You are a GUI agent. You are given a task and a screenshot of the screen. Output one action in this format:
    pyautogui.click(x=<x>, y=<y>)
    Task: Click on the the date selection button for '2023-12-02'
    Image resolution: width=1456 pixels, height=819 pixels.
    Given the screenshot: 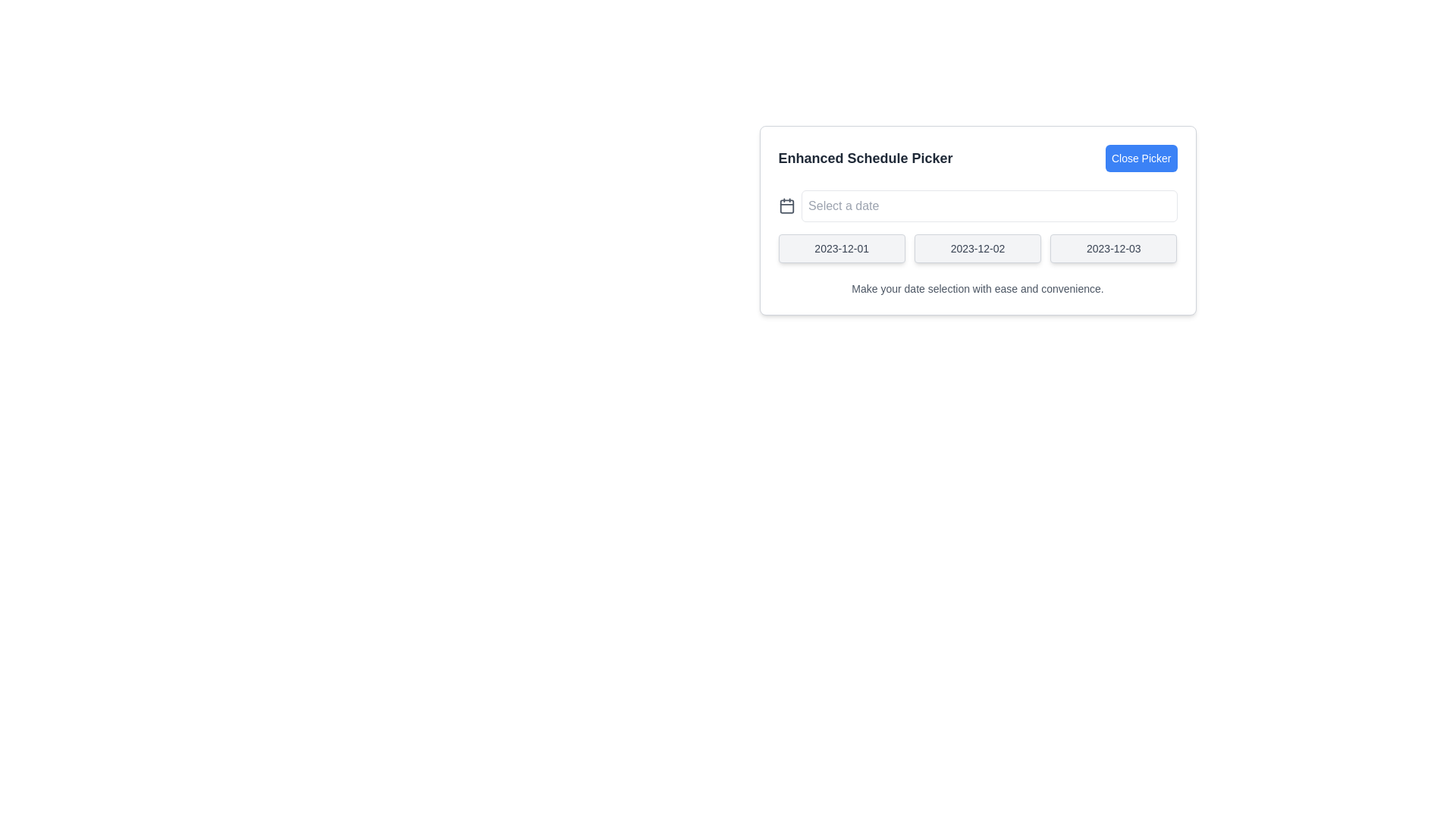 What is the action you would take?
    pyautogui.click(x=977, y=247)
    